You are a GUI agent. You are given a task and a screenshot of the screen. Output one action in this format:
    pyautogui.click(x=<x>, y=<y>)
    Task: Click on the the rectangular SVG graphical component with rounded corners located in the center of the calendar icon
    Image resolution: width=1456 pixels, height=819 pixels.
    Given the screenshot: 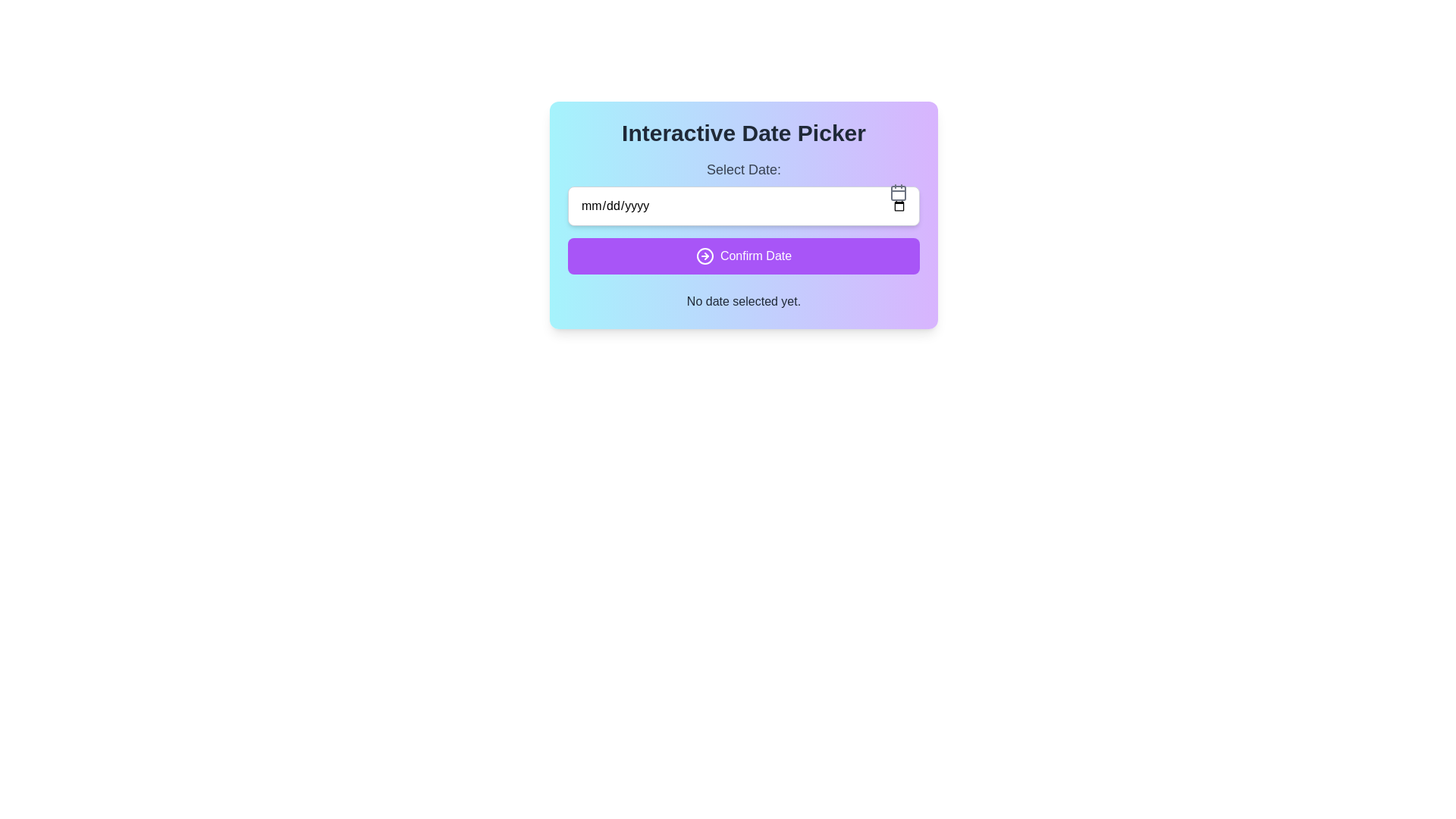 What is the action you would take?
    pyautogui.click(x=899, y=192)
    